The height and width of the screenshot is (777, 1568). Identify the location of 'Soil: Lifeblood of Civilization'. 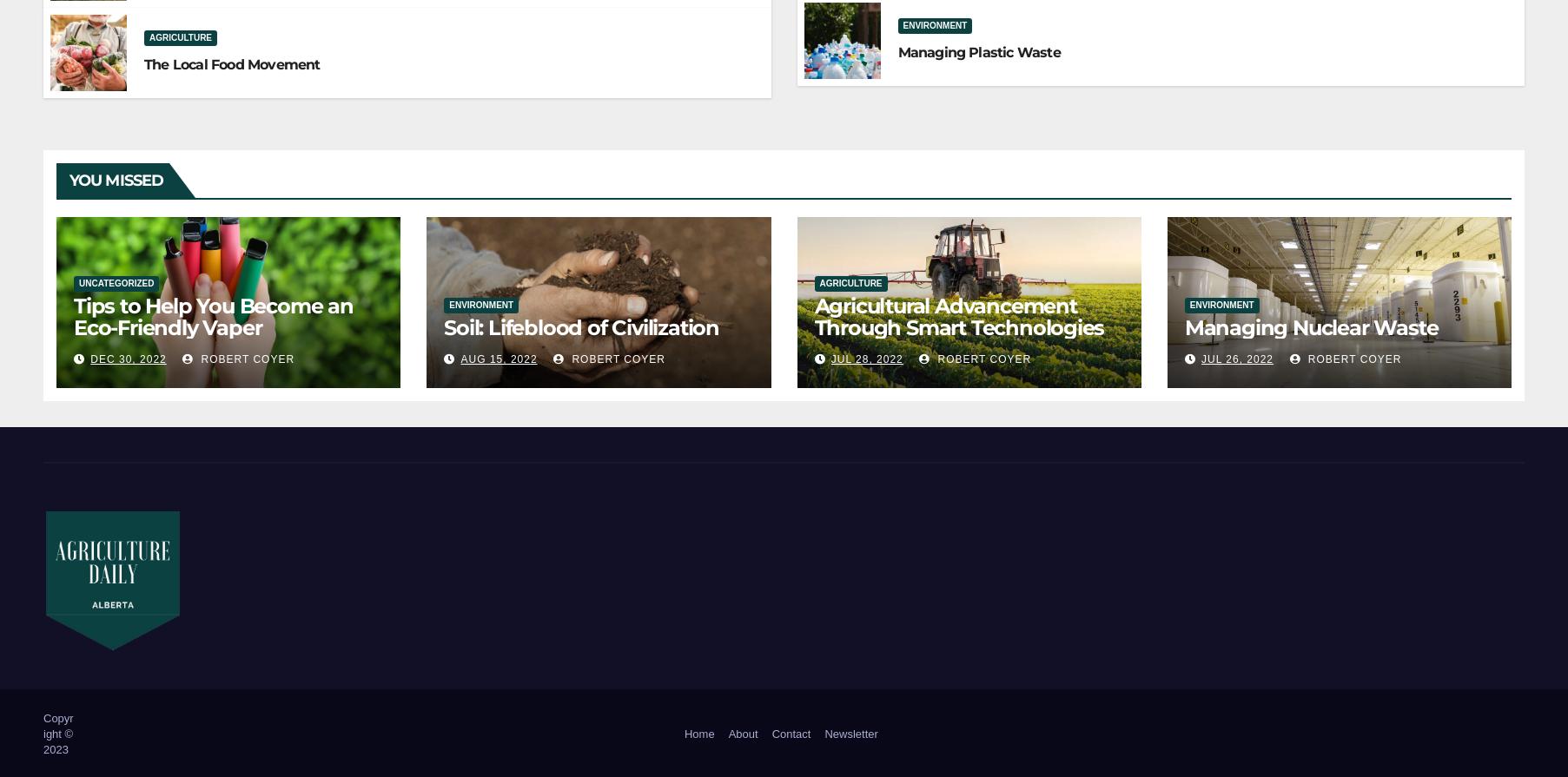
(443, 327).